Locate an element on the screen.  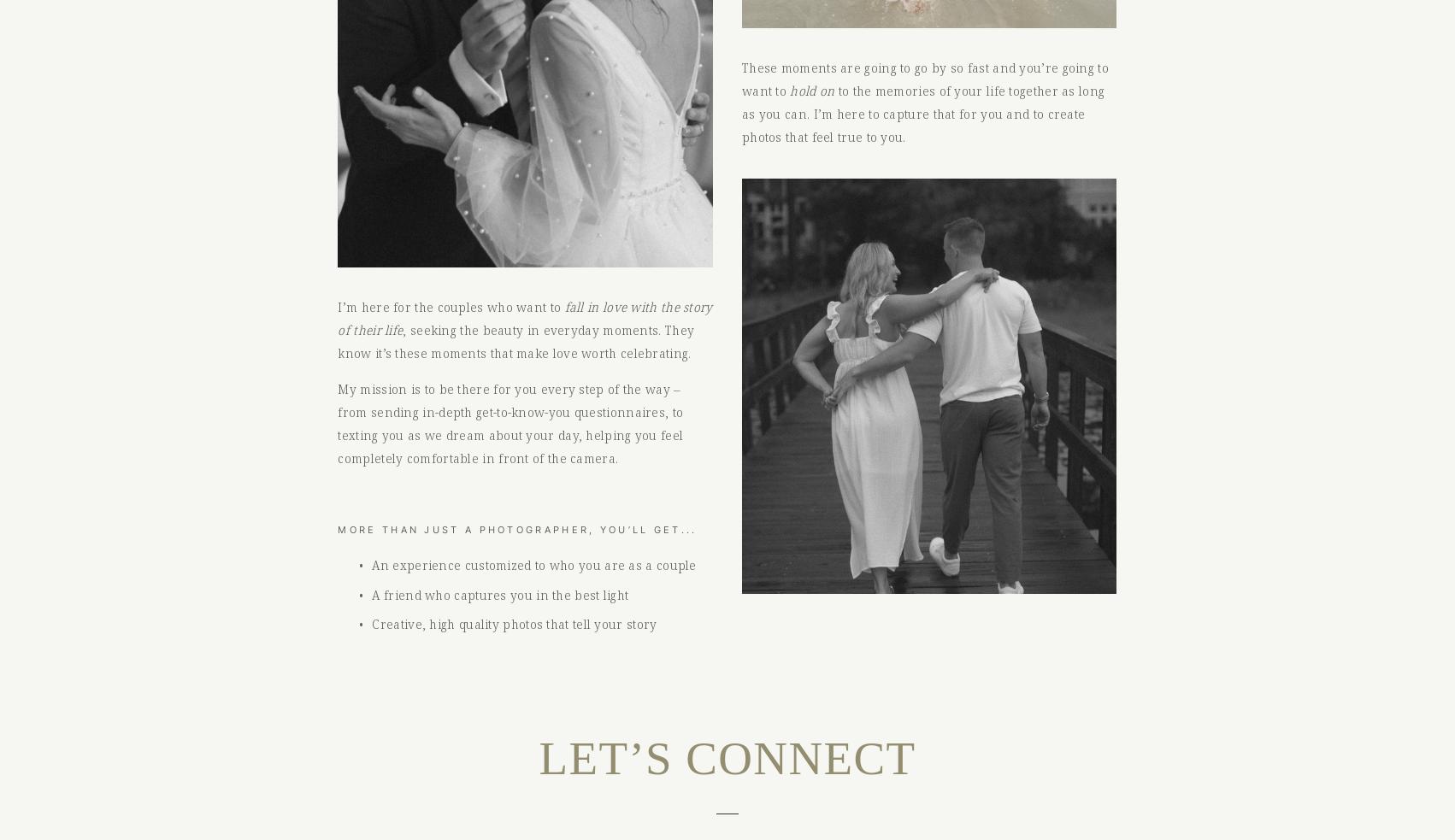
'An experience customized to who you are as a couple' is located at coordinates (533, 564).